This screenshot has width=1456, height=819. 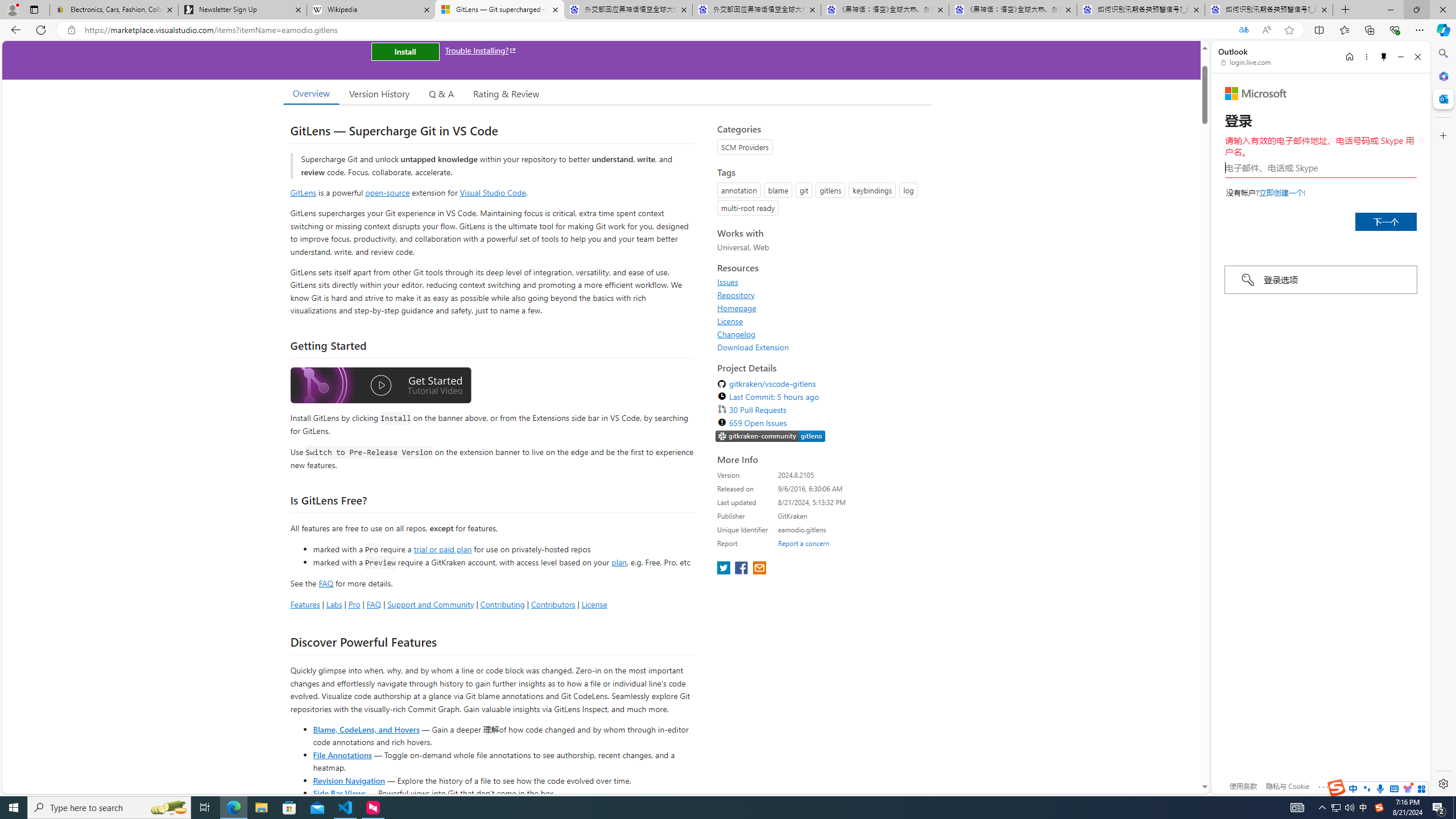 I want to click on 'Watch the GitLens Getting Started video', so click(x=380, y=387).